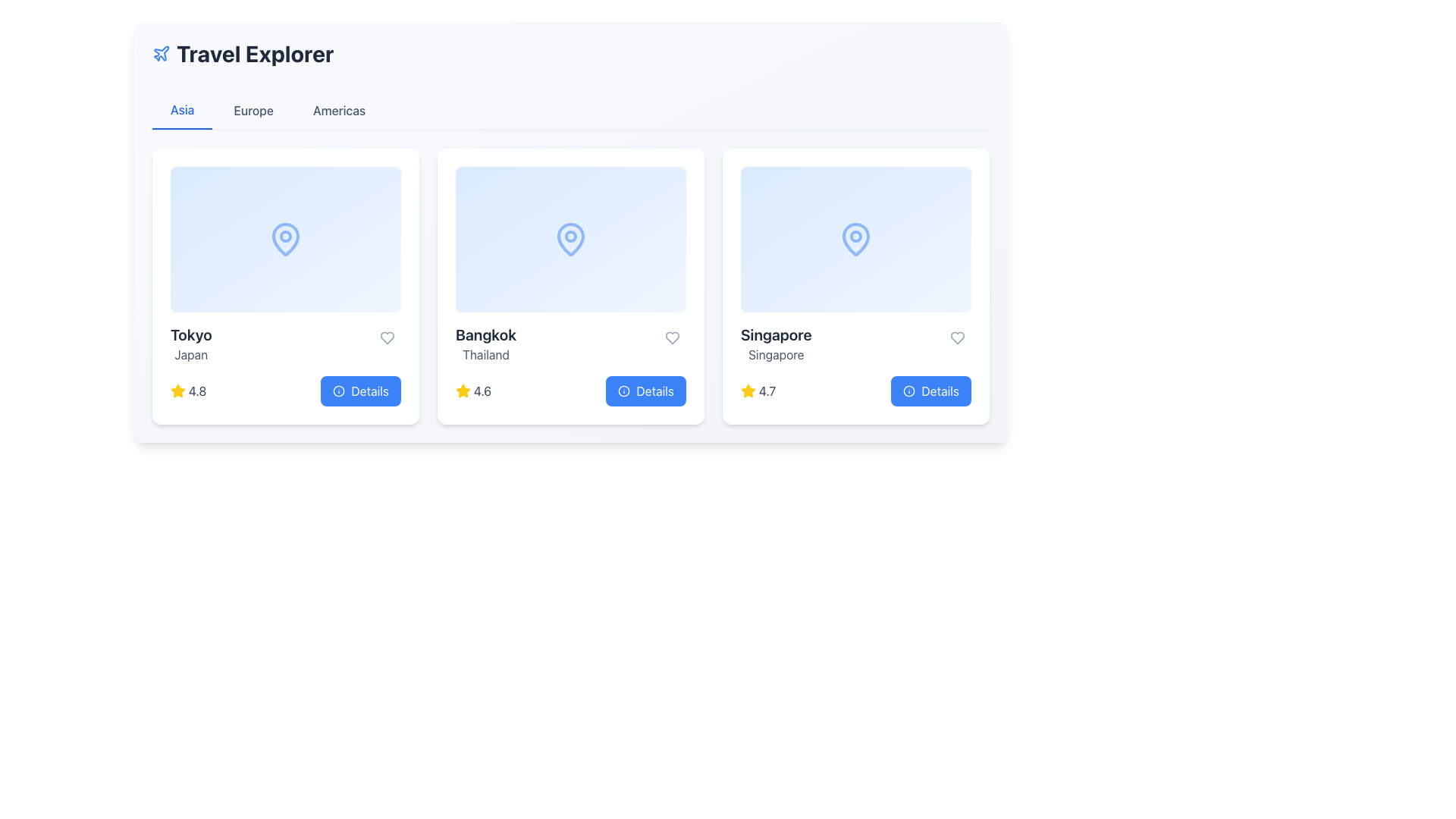 The width and height of the screenshot is (1456, 819). Describe the element at coordinates (472, 391) in the screenshot. I see `the Rating display element located at the bottom-left corner of the card for 'Bangkok, Thailand', which is adjacent to the 'Details' button` at that location.